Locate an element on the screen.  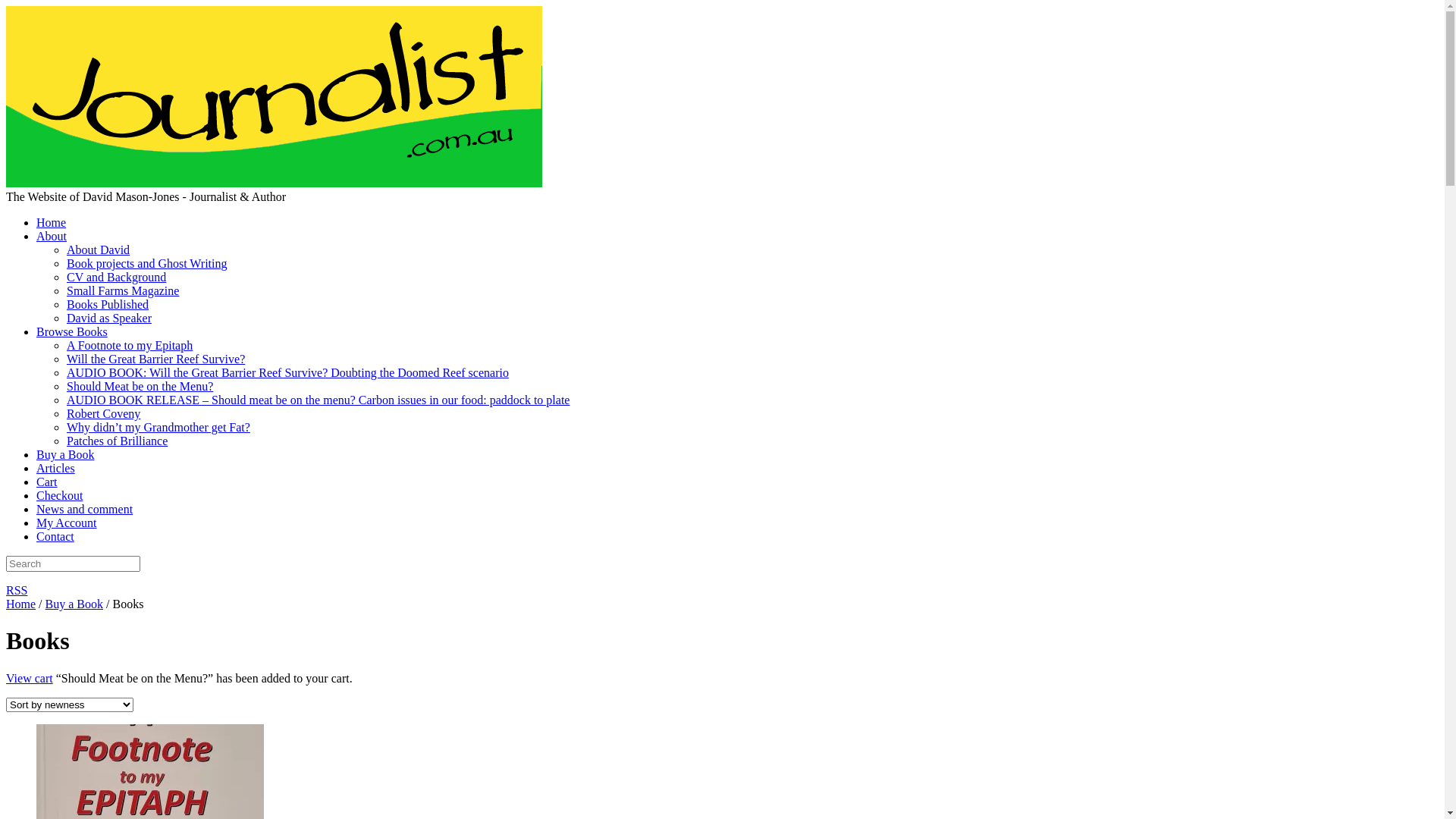
'Cart' is located at coordinates (36, 482).